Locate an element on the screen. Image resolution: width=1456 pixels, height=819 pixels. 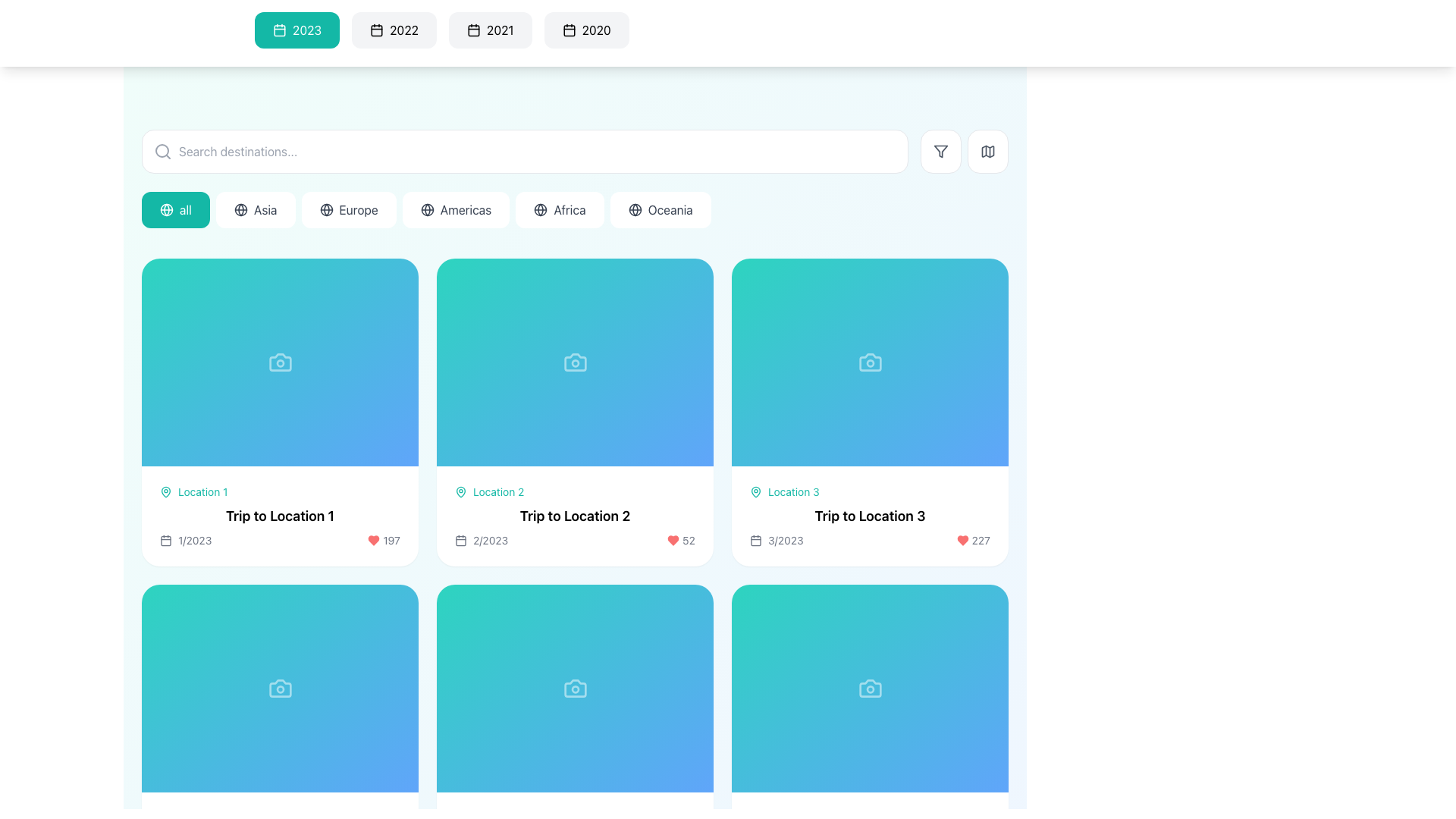
the circular outline of the globe icon is located at coordinates (325, 210).